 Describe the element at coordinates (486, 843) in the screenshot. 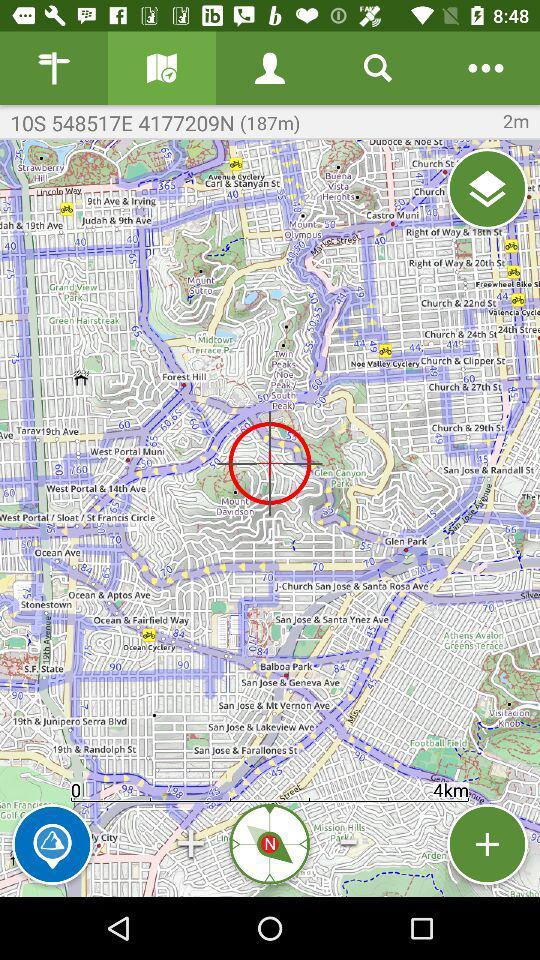

I see `pin location to map` at that location.